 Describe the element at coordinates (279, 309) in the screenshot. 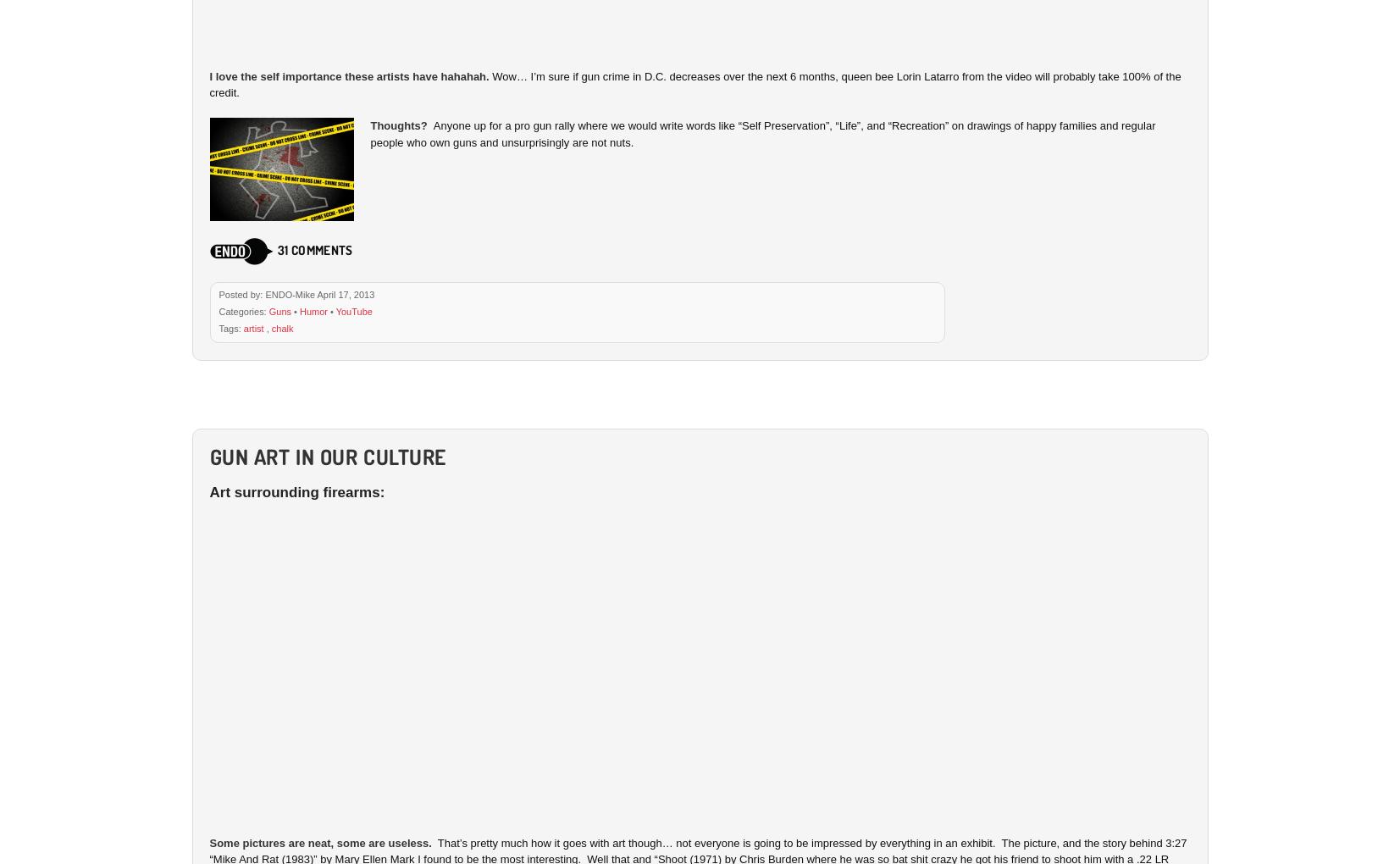

I see `'Guns'` at that location.